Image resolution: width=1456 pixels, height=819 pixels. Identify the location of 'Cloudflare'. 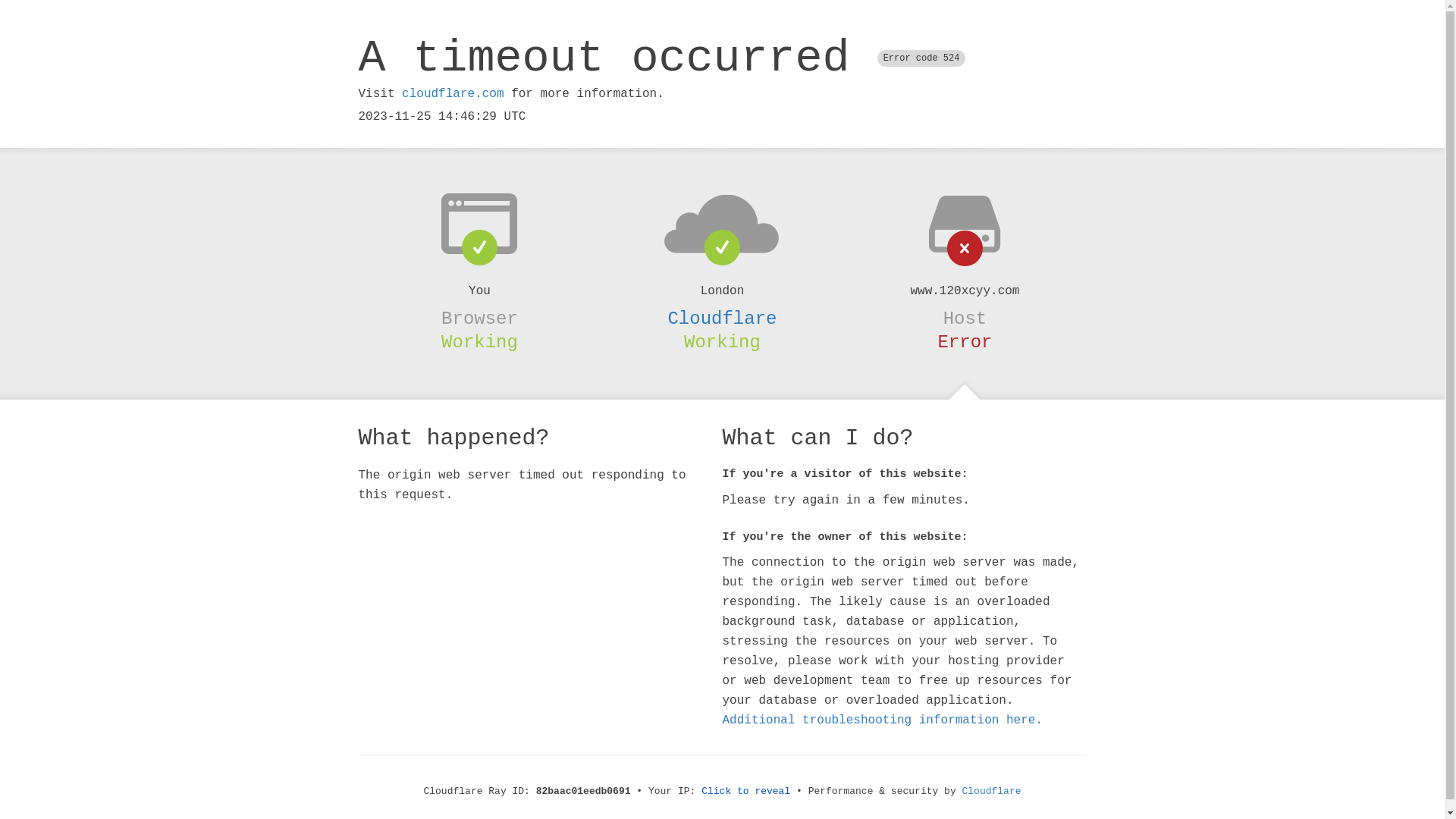
(991, 790).